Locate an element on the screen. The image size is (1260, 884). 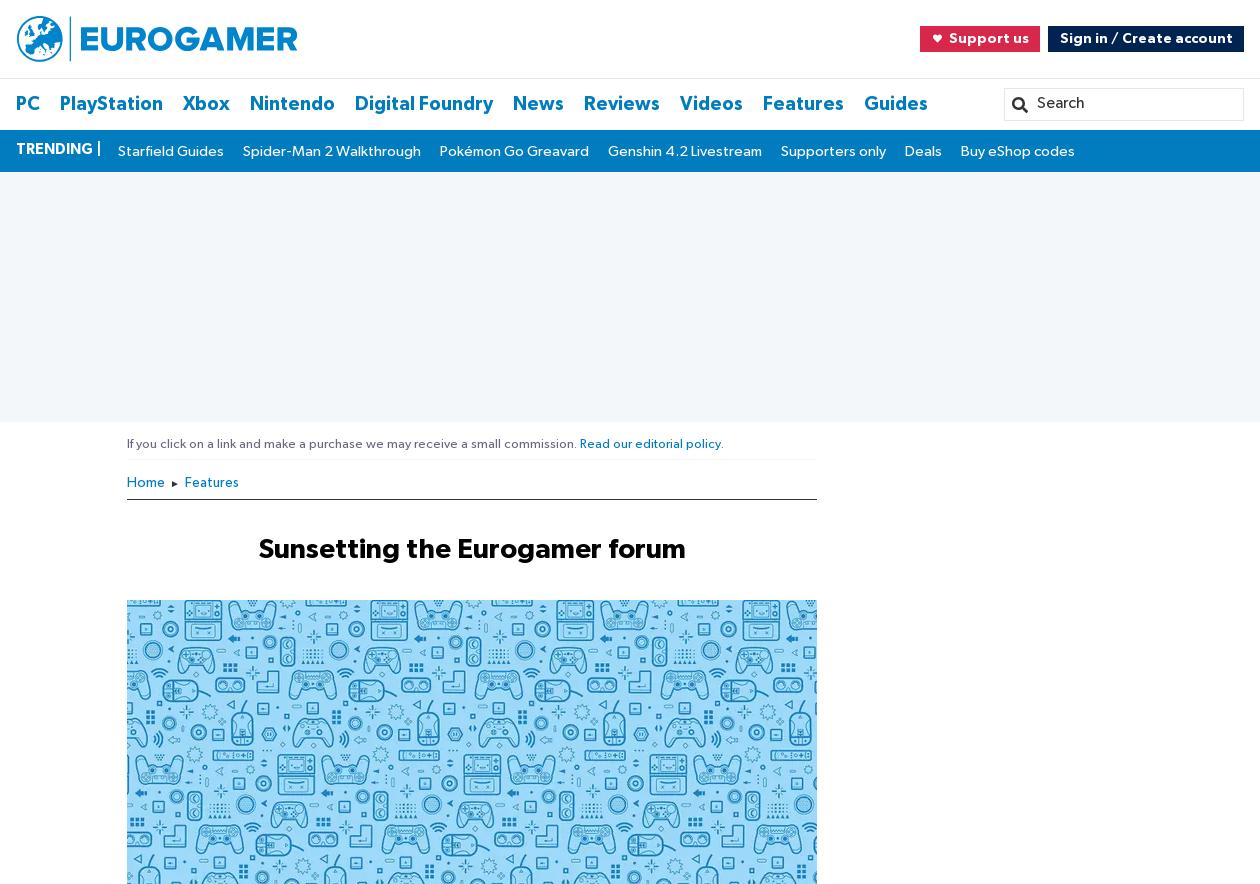
'Sign in with Google' is located at coordinates (281, 458).